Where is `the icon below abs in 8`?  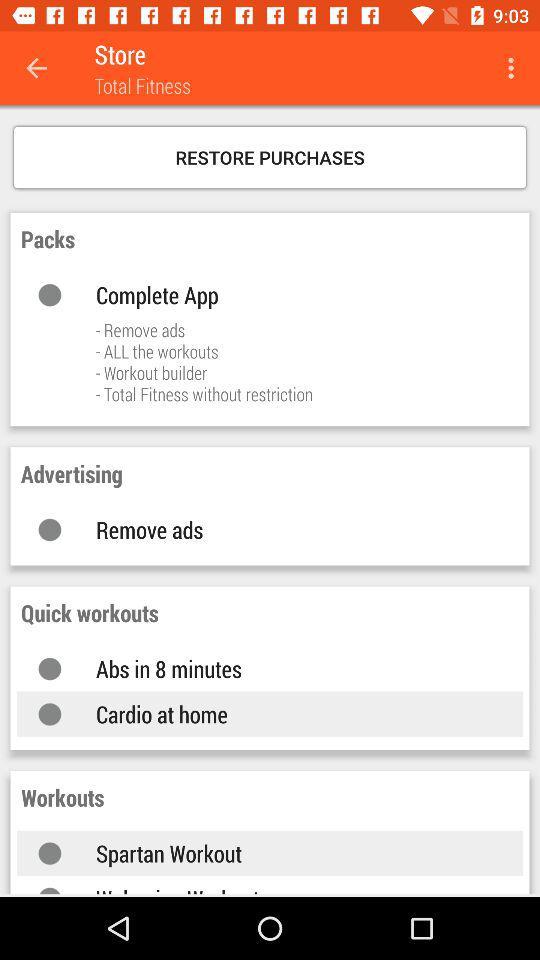 the icon below abs in 8 is located at coordinates (288, 714).